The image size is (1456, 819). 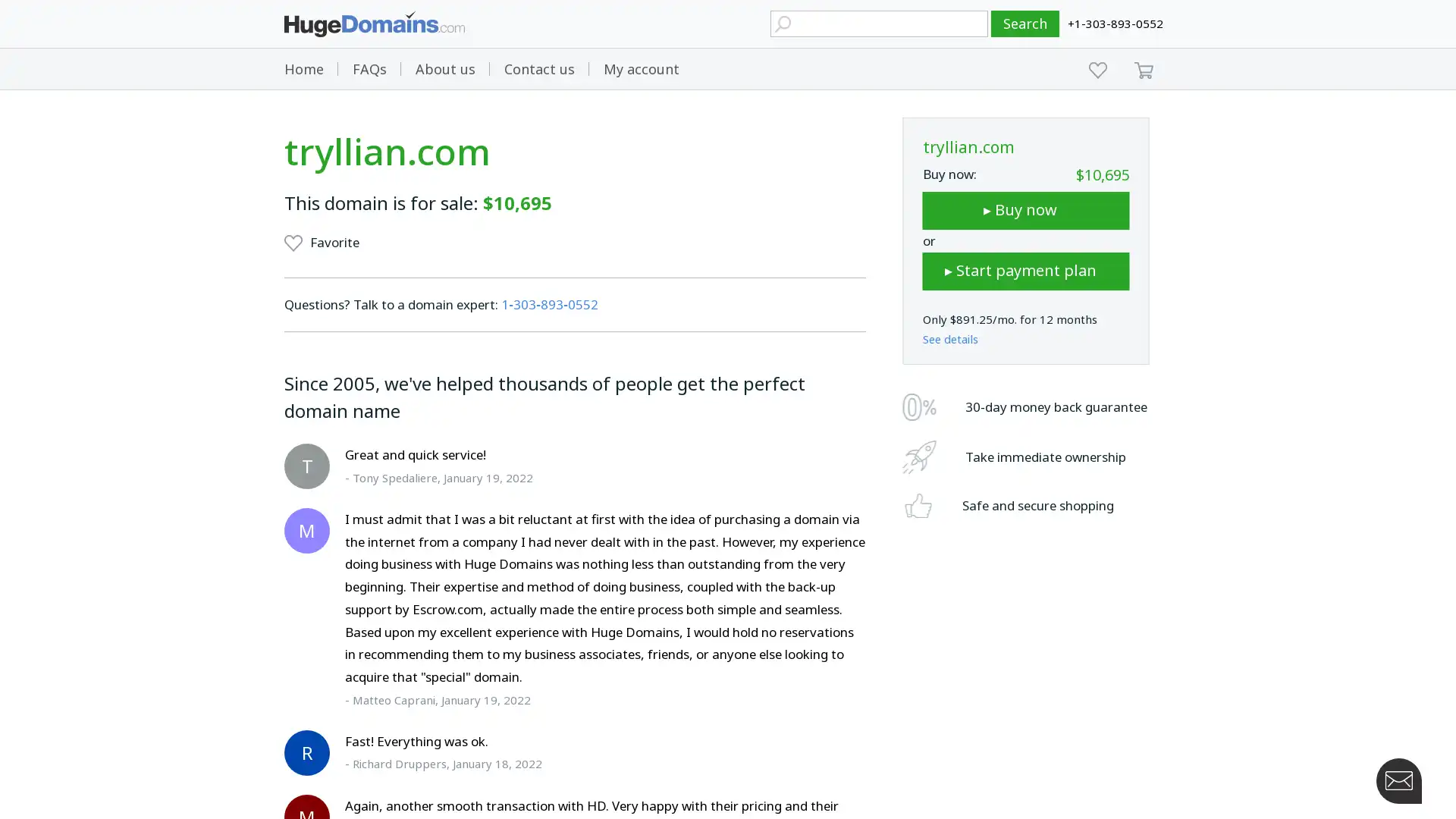 I want to click on Search, so click(x=1025, y=24).